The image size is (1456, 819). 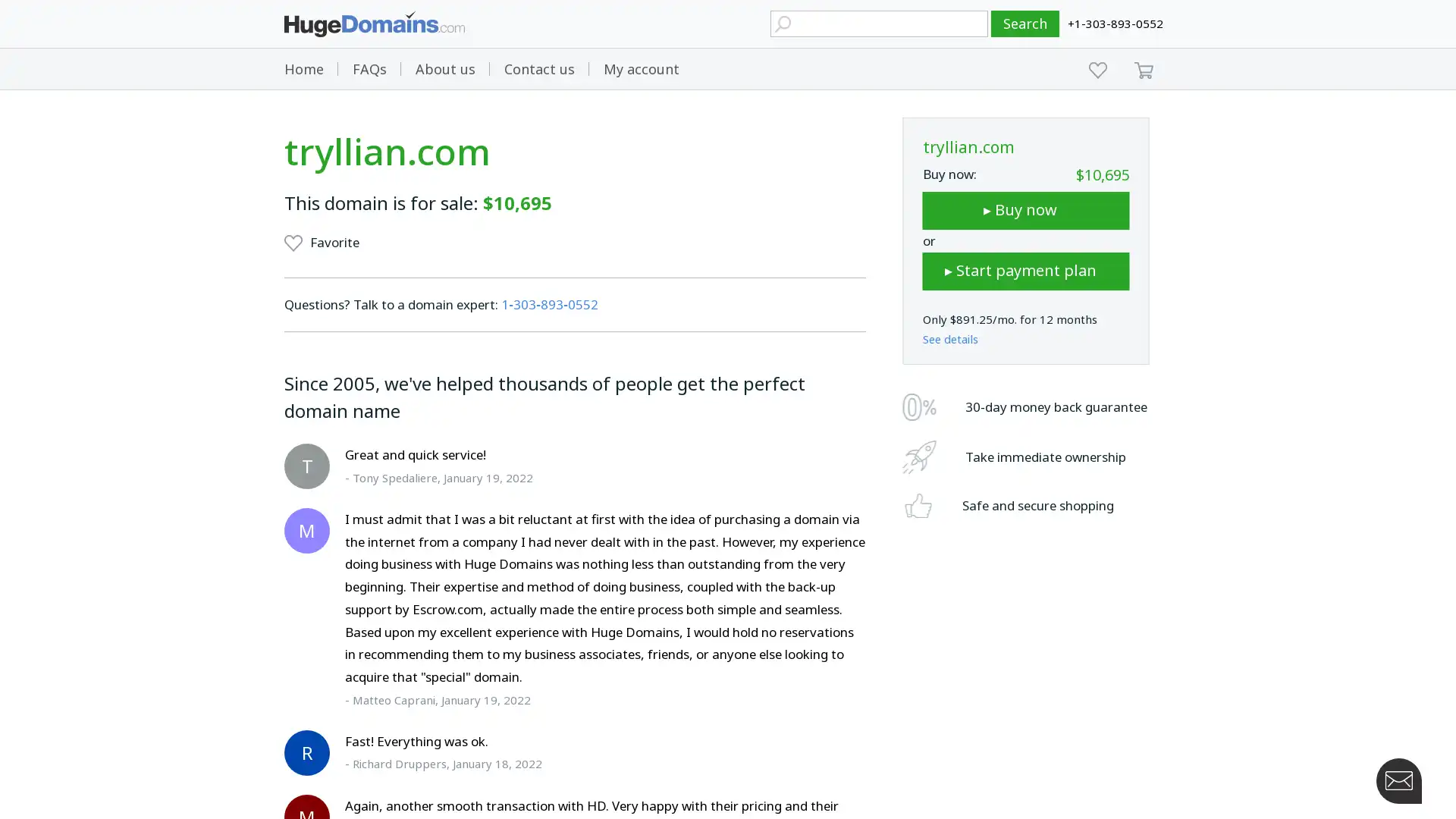 I want to click on Search, so click(x=1025, y=24).